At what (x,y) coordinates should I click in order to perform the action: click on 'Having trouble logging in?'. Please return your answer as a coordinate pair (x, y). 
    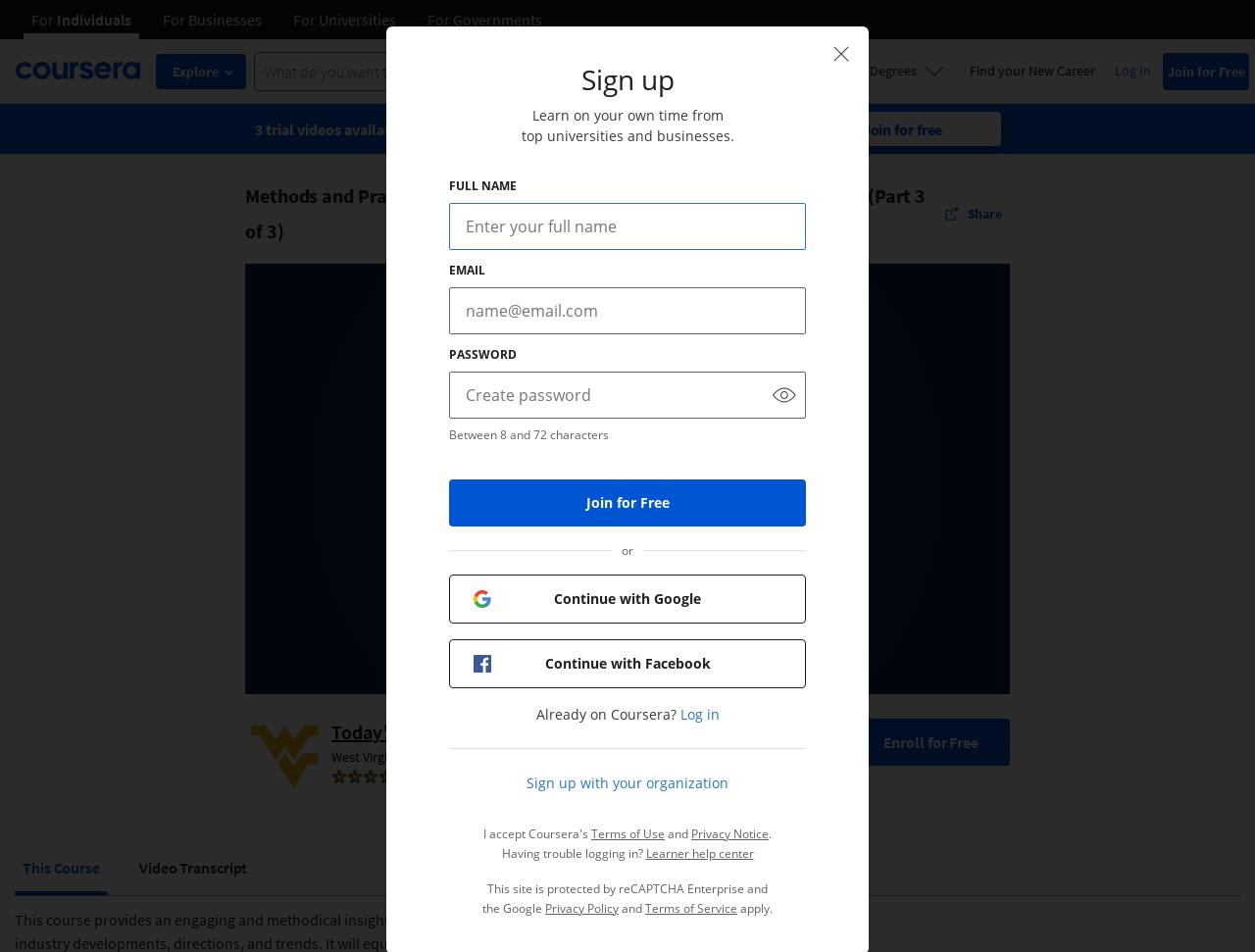
    Looking at the image, I should click on (572, 853).